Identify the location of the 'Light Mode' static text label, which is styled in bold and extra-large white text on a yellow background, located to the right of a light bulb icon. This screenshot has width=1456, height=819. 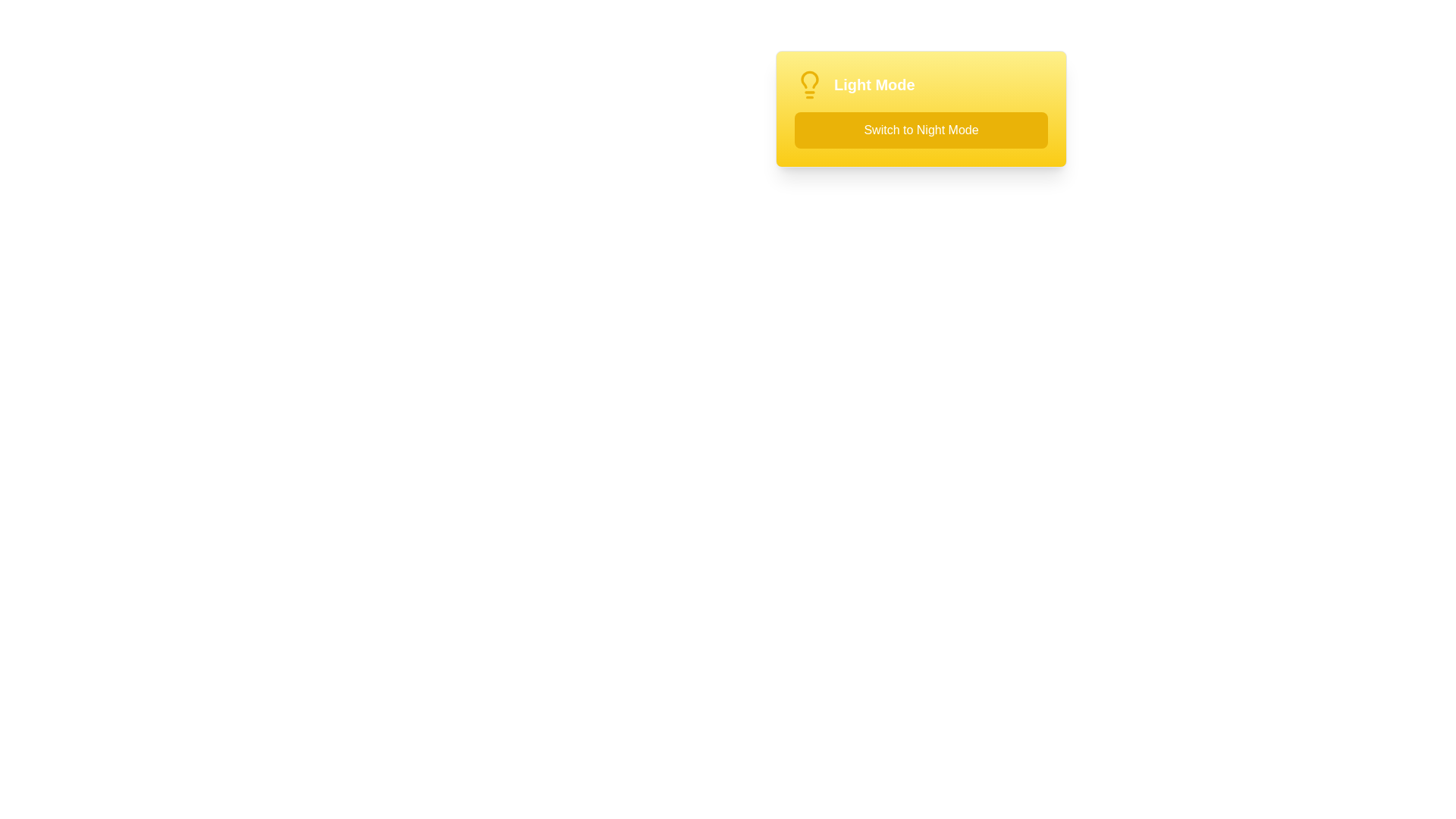
(874, 84).